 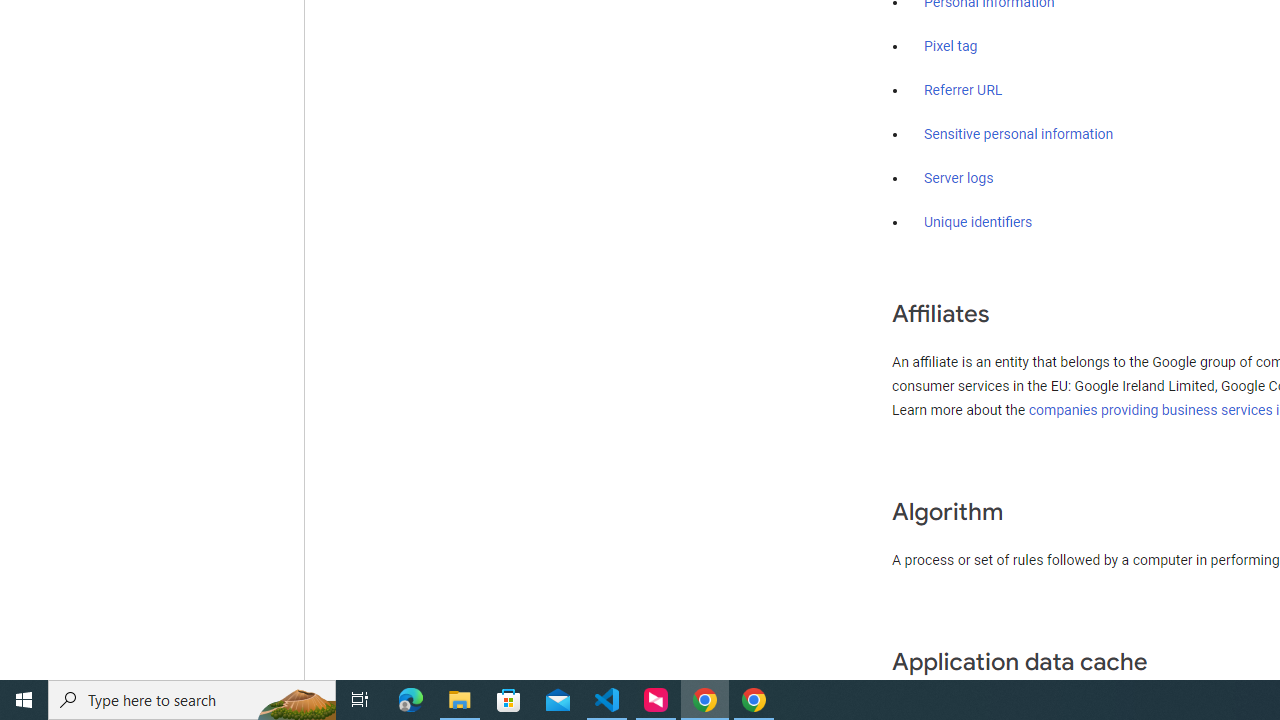 I want to click on 'Server logs', so click(x=958, y=177).